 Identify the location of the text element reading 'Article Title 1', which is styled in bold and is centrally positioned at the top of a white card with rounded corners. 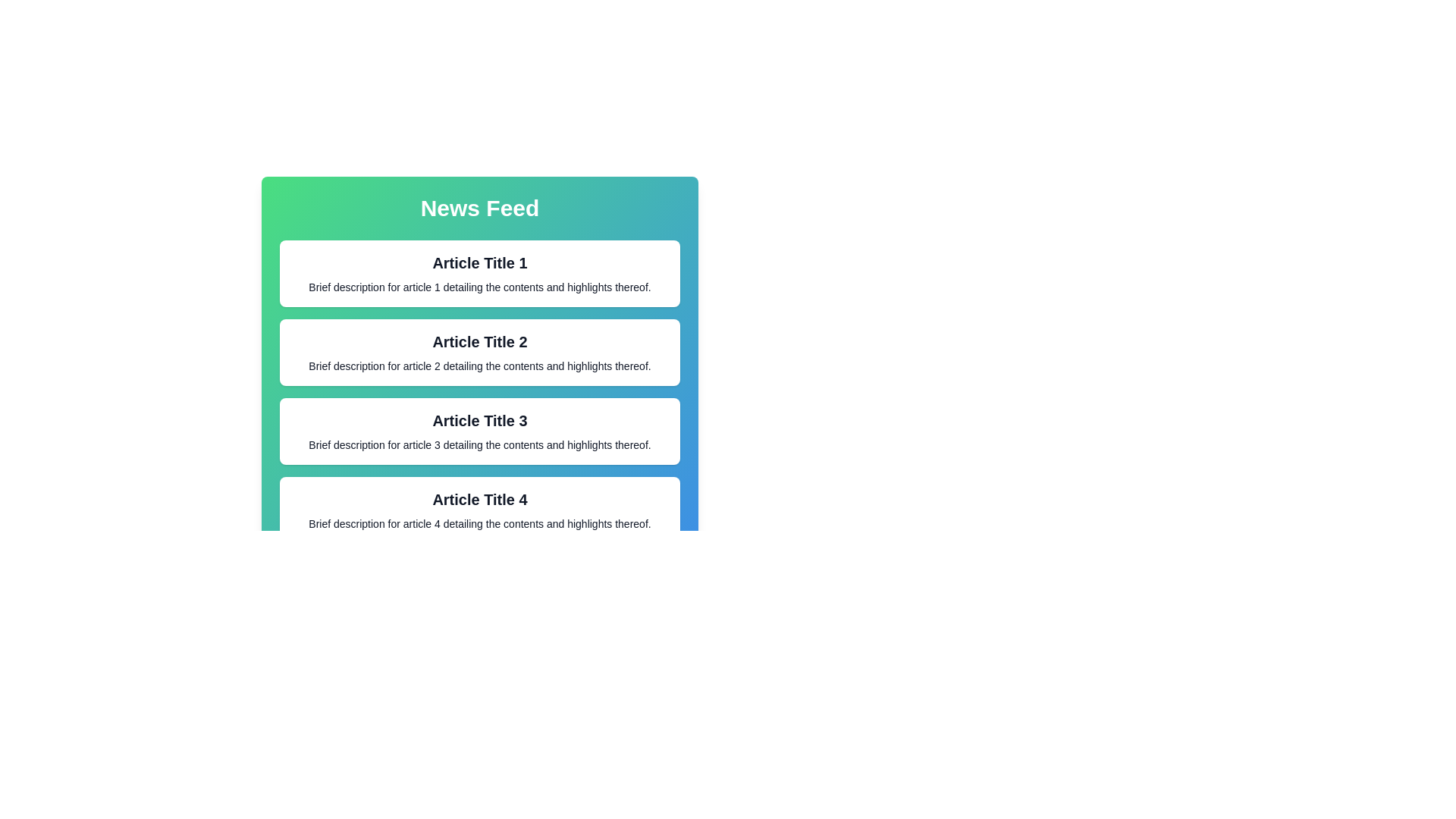
(479, 262).